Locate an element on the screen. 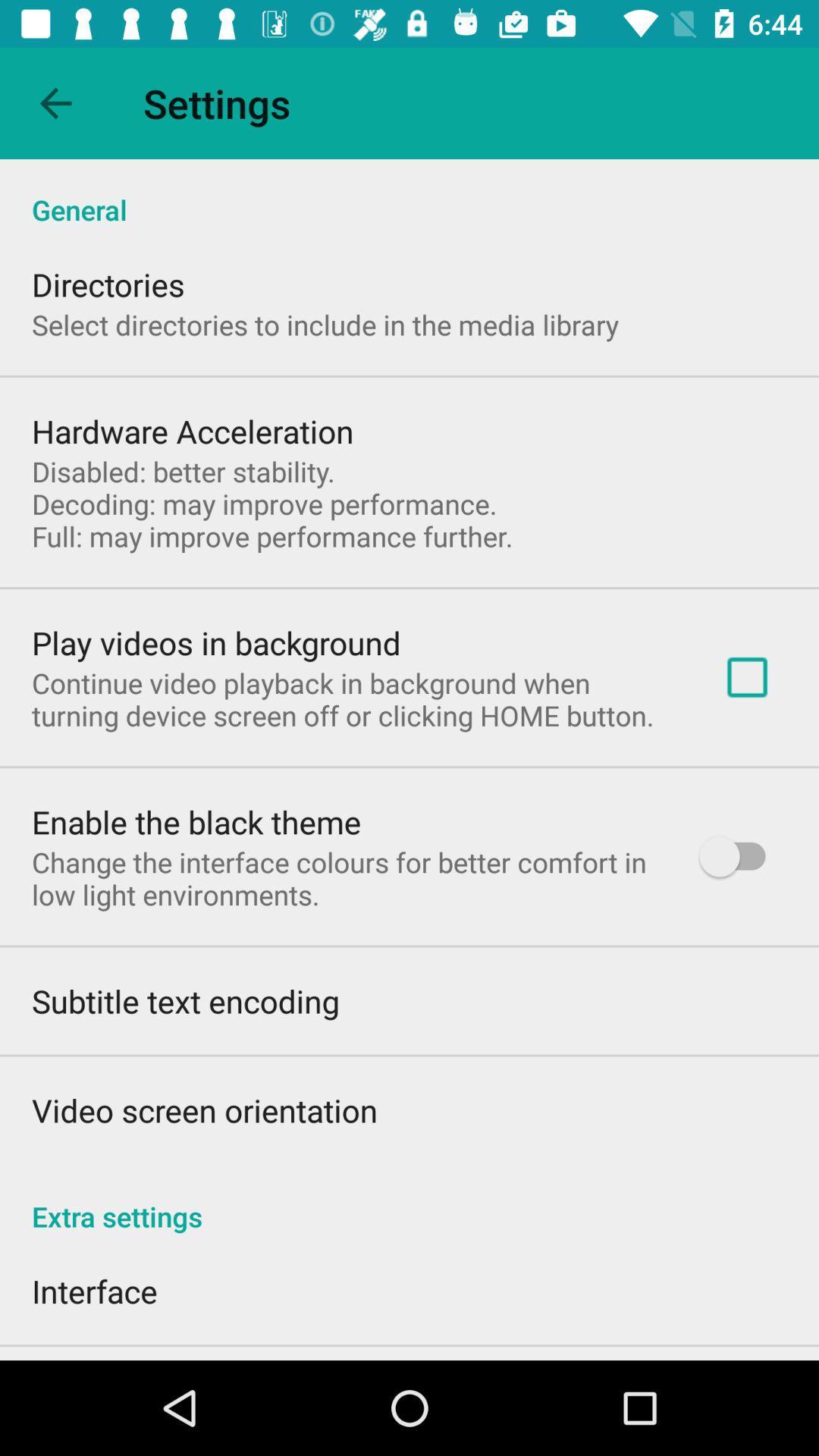  the item below continue video playback app is located at coordinates (196, 821).